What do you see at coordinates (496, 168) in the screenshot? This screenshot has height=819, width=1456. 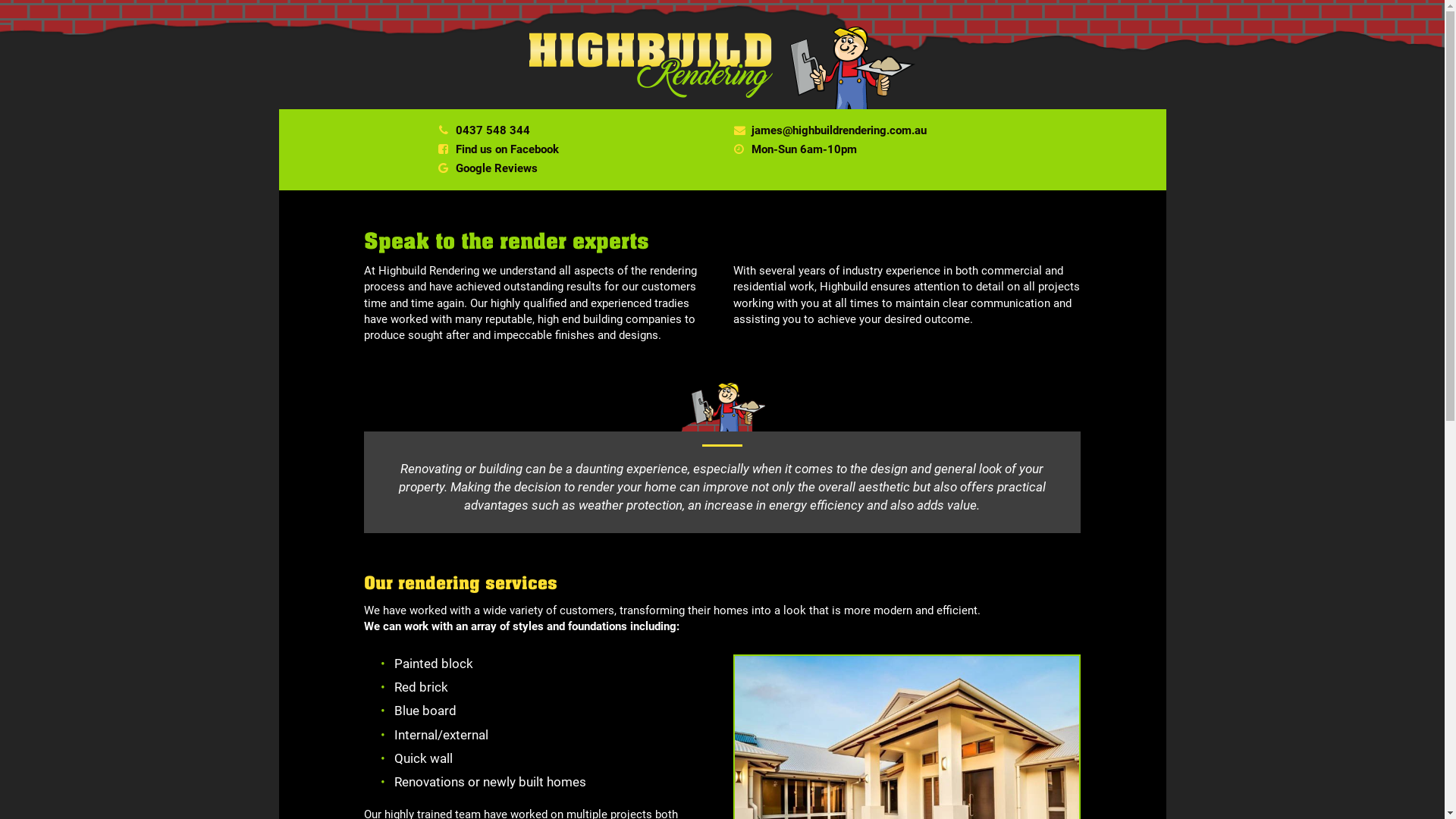 I see `'Google Reviews'` at bounding box center [496, 168].